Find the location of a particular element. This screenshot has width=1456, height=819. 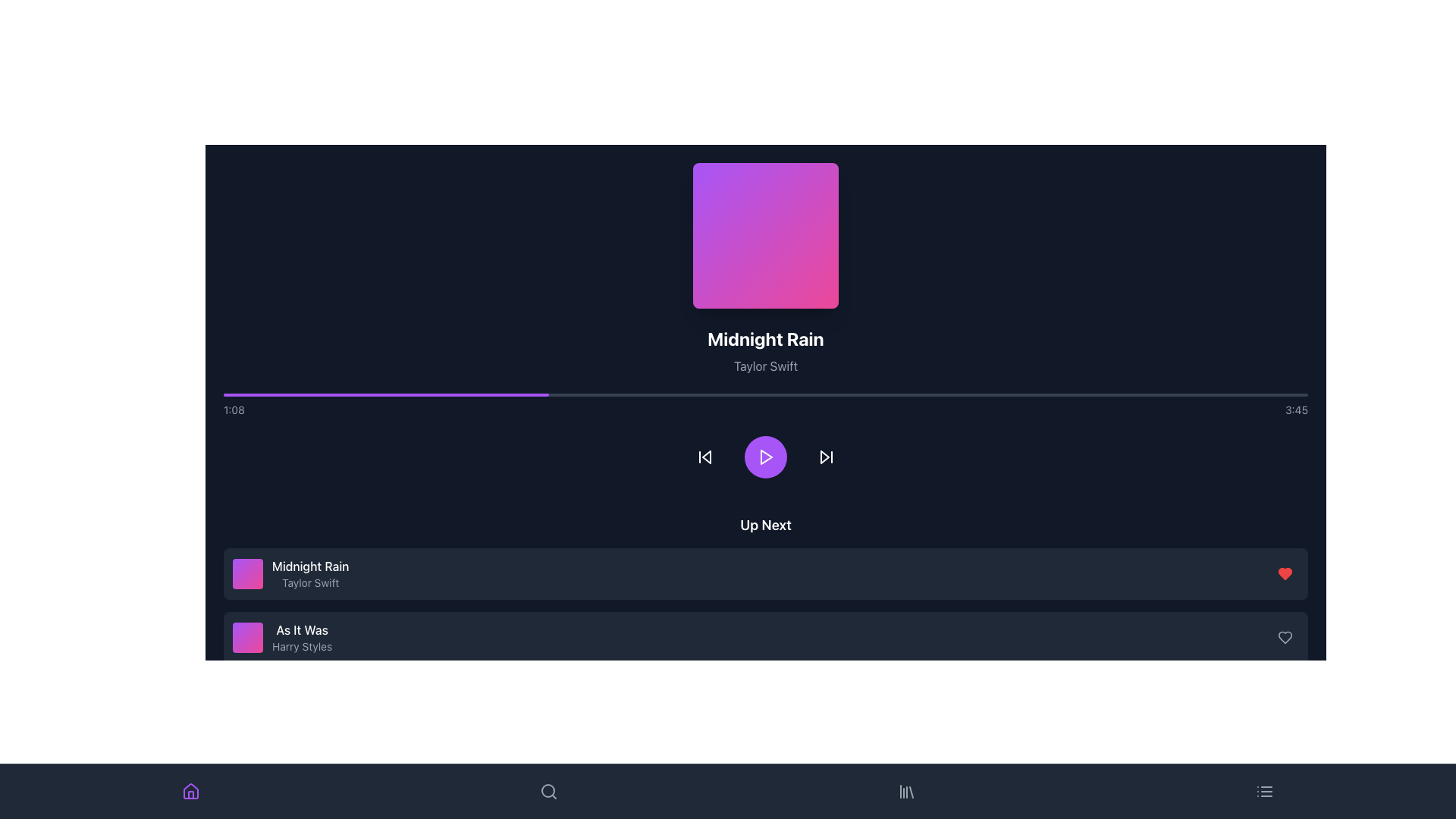

current playback time displayed on the leftmost Text label indicating minutes and seconds for the audio or video being played is located at coordinates (233, 409).